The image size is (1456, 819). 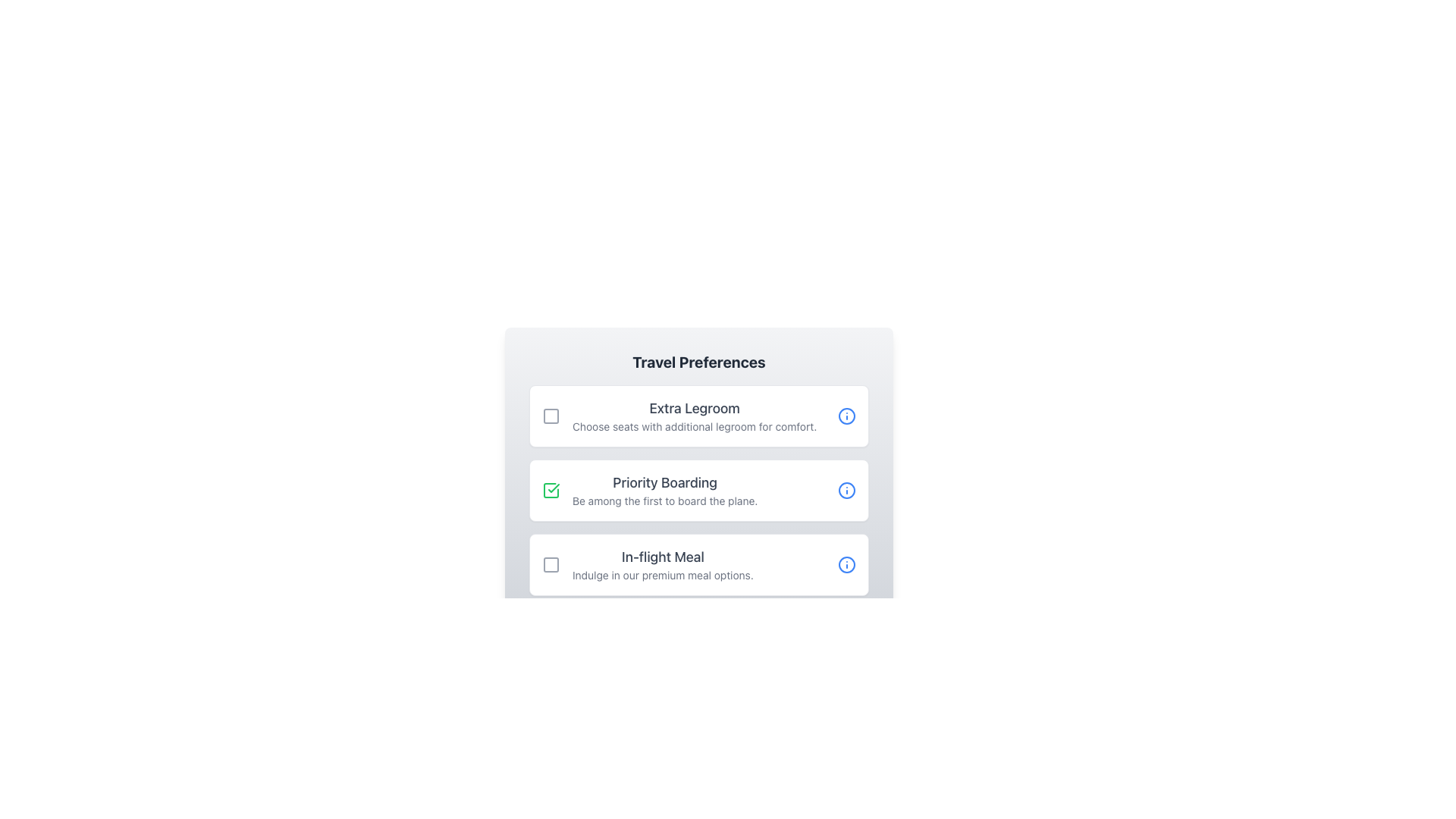 I want to click on the 'Priority Boarding' checkbox, so click(x=698, y=491).